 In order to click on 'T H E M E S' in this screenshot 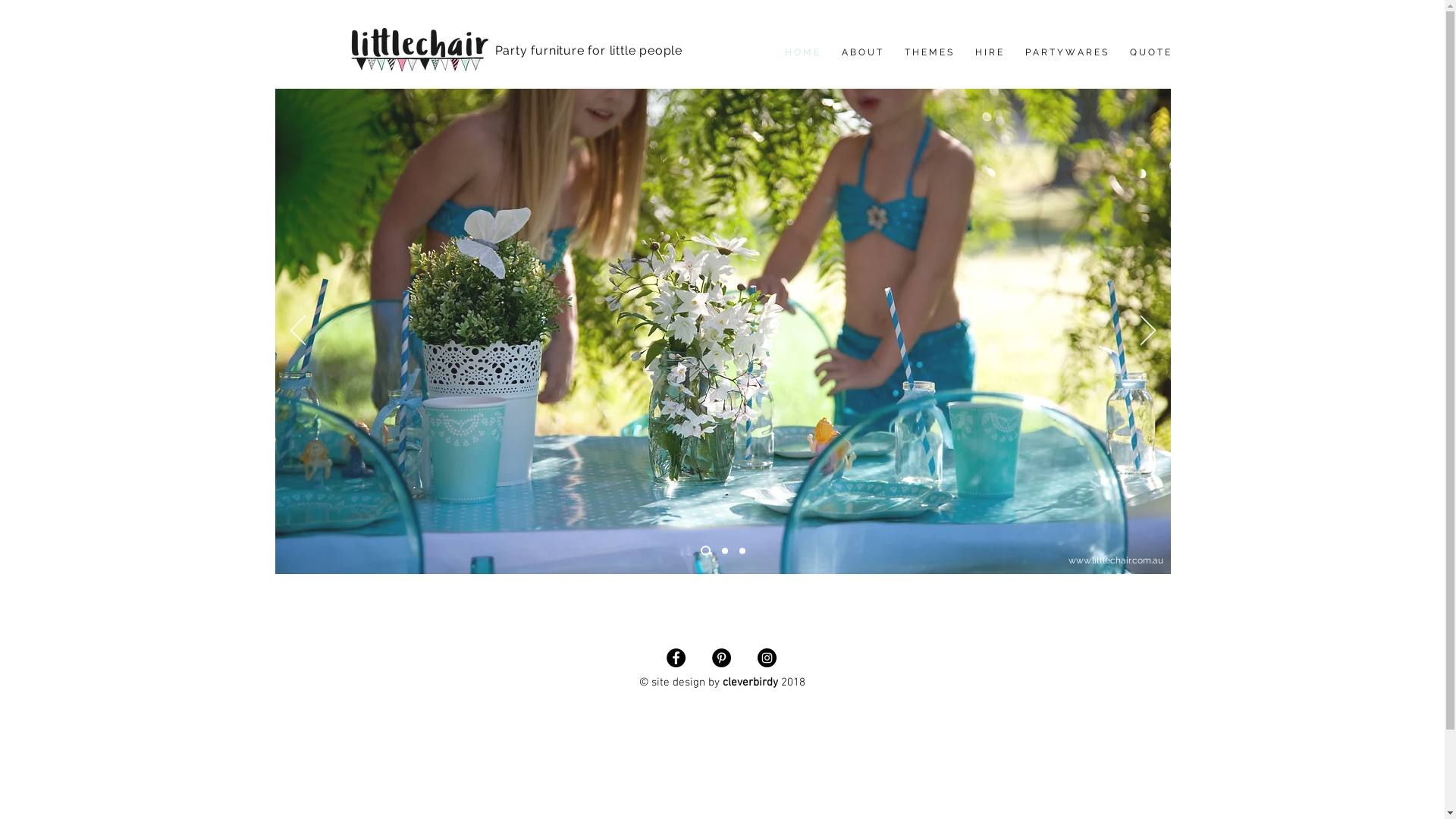, I will do `click(927, 52)`.